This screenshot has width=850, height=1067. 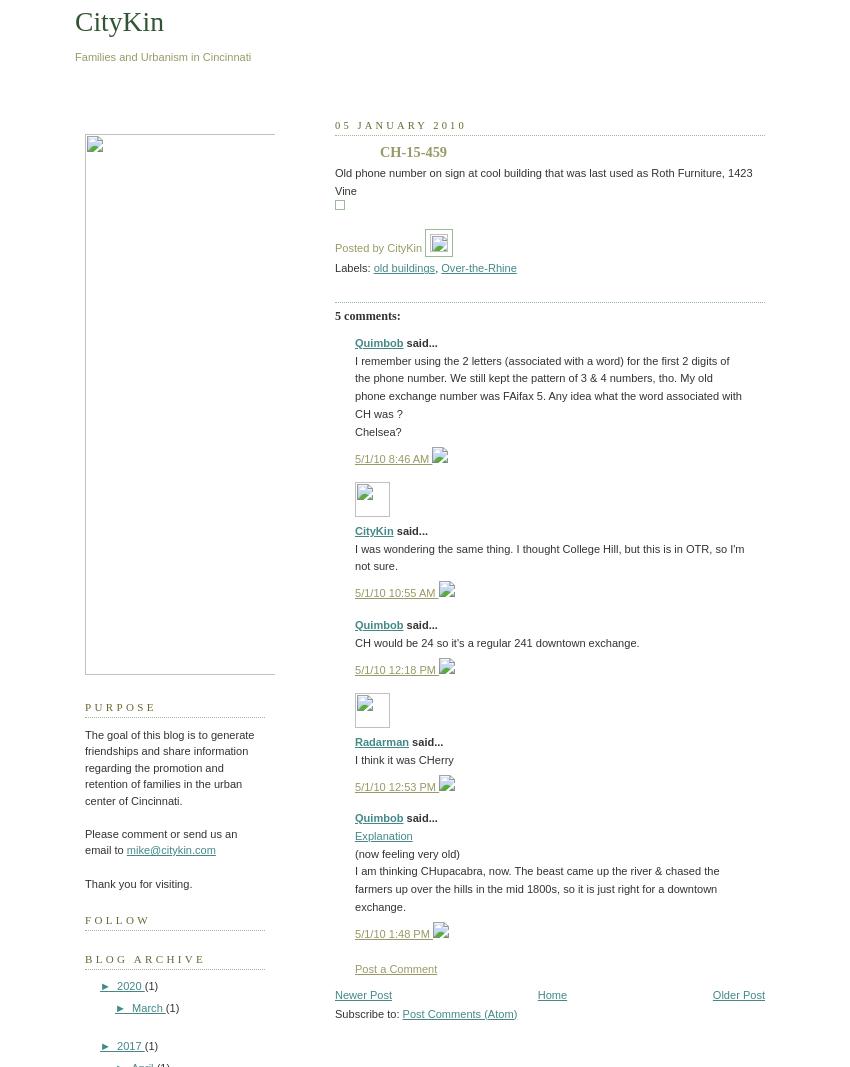 I want to click on '5/1/10 1:48 PM', so click(x=393, y=932).